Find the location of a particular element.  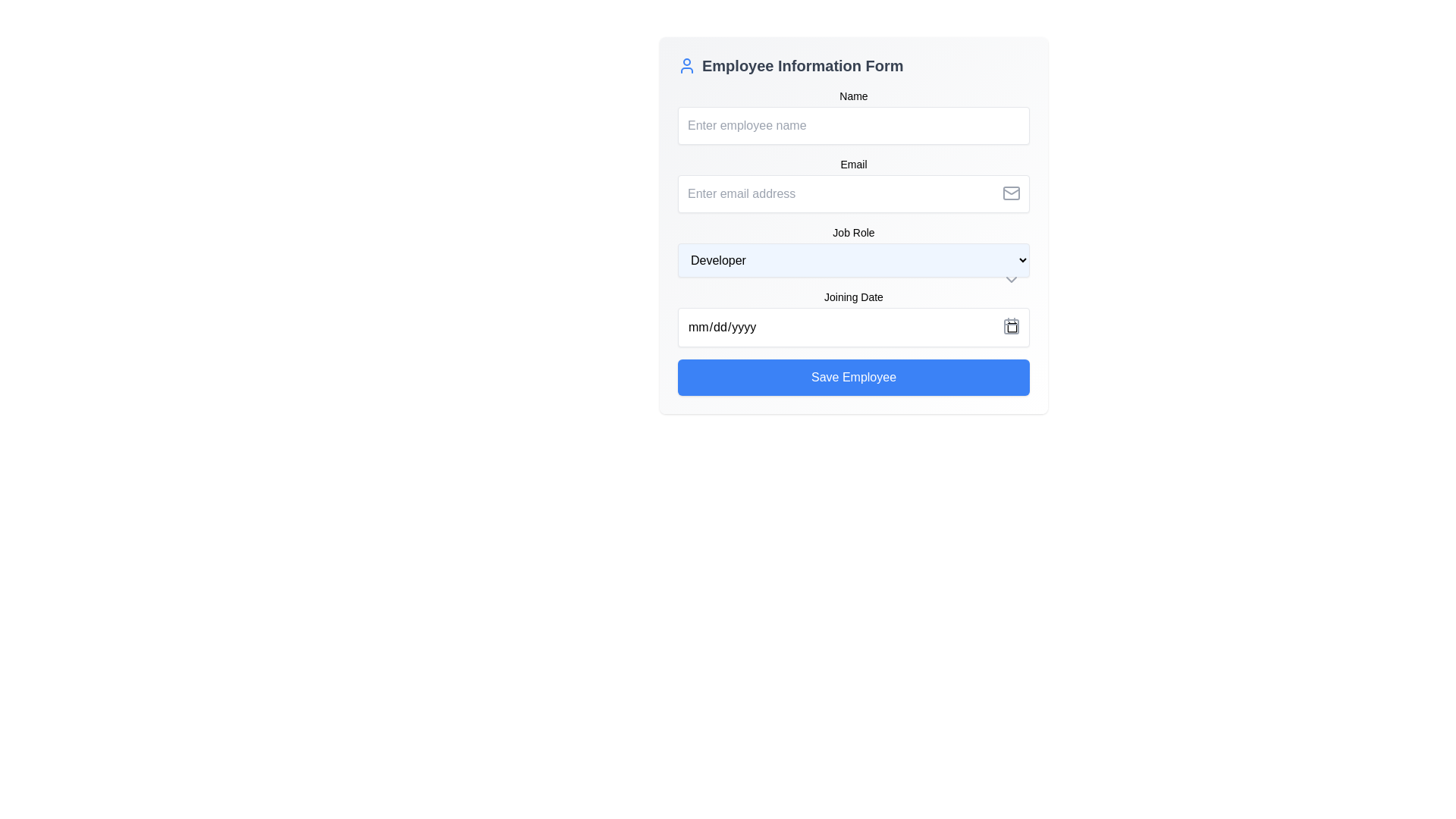

the calendar icon located at the right-most side of the 'Joining Date' input section in the 'Employee Information Form' is located at coordinates (1012, 325).